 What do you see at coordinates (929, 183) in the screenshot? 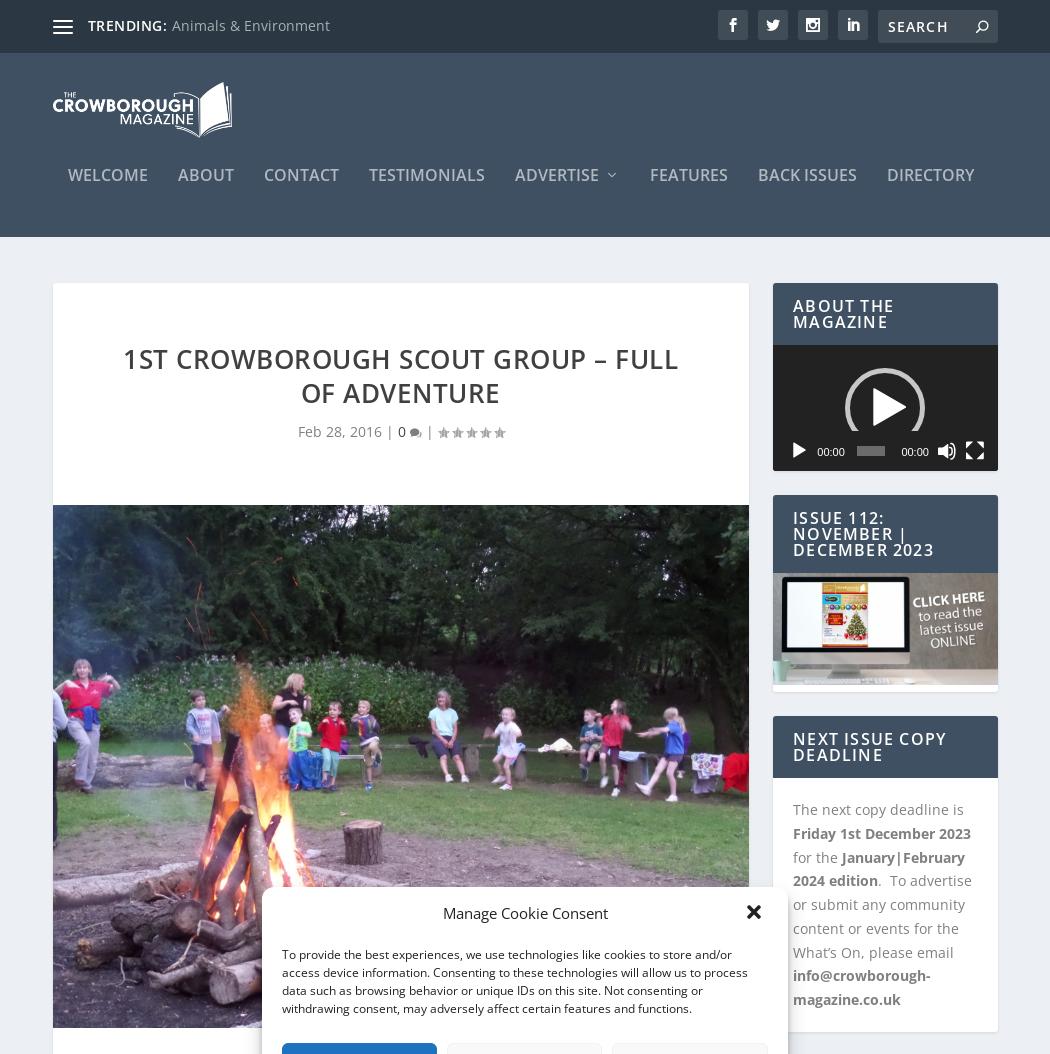
I see `'Directory'` at bounding box center [929, 183].